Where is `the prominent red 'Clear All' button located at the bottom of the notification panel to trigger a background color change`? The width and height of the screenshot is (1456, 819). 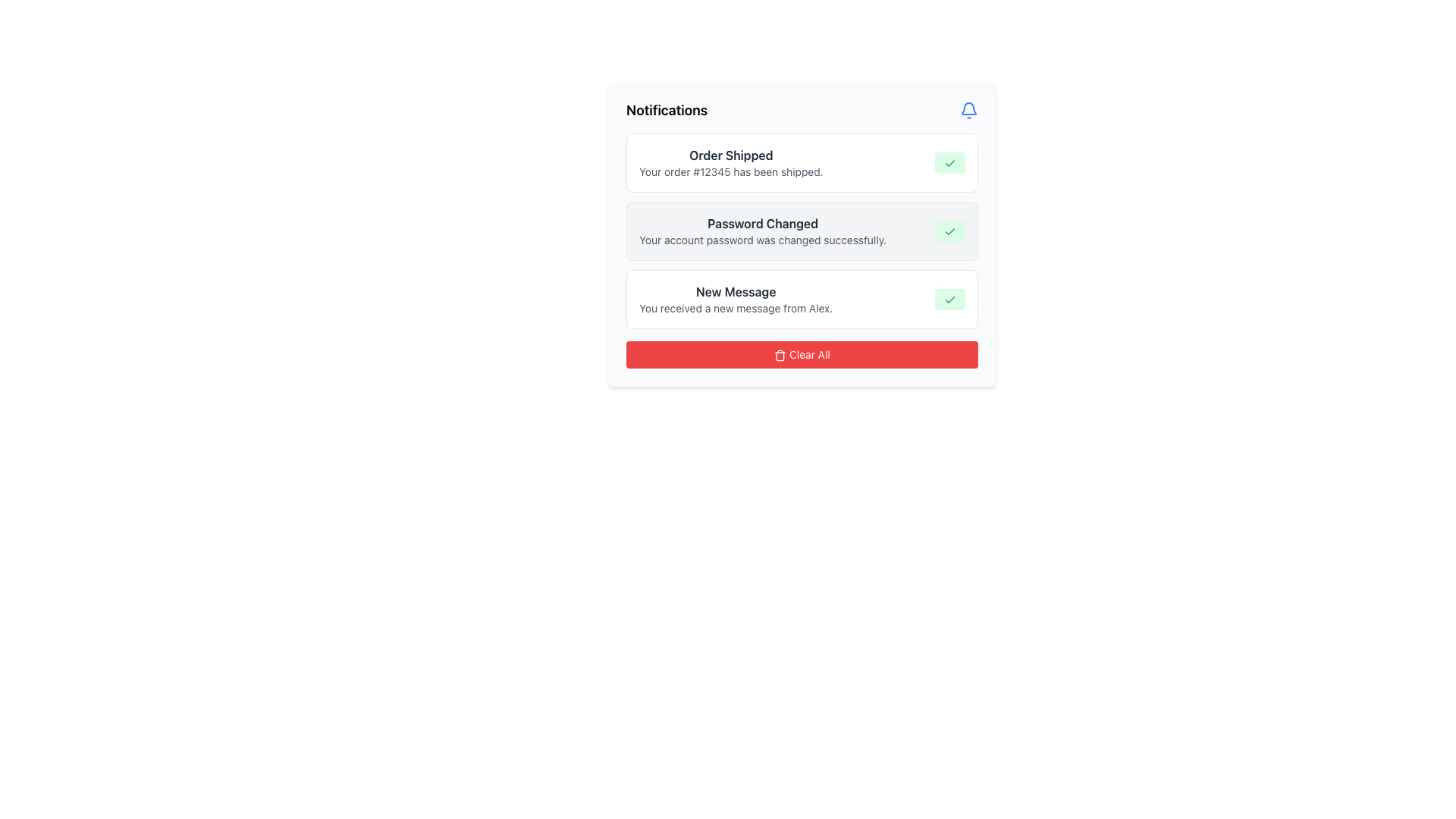 the prominent red 'Clear All' button located at the bottom of the notification panel to trigger a background color change is located at coordinates (801, 354).